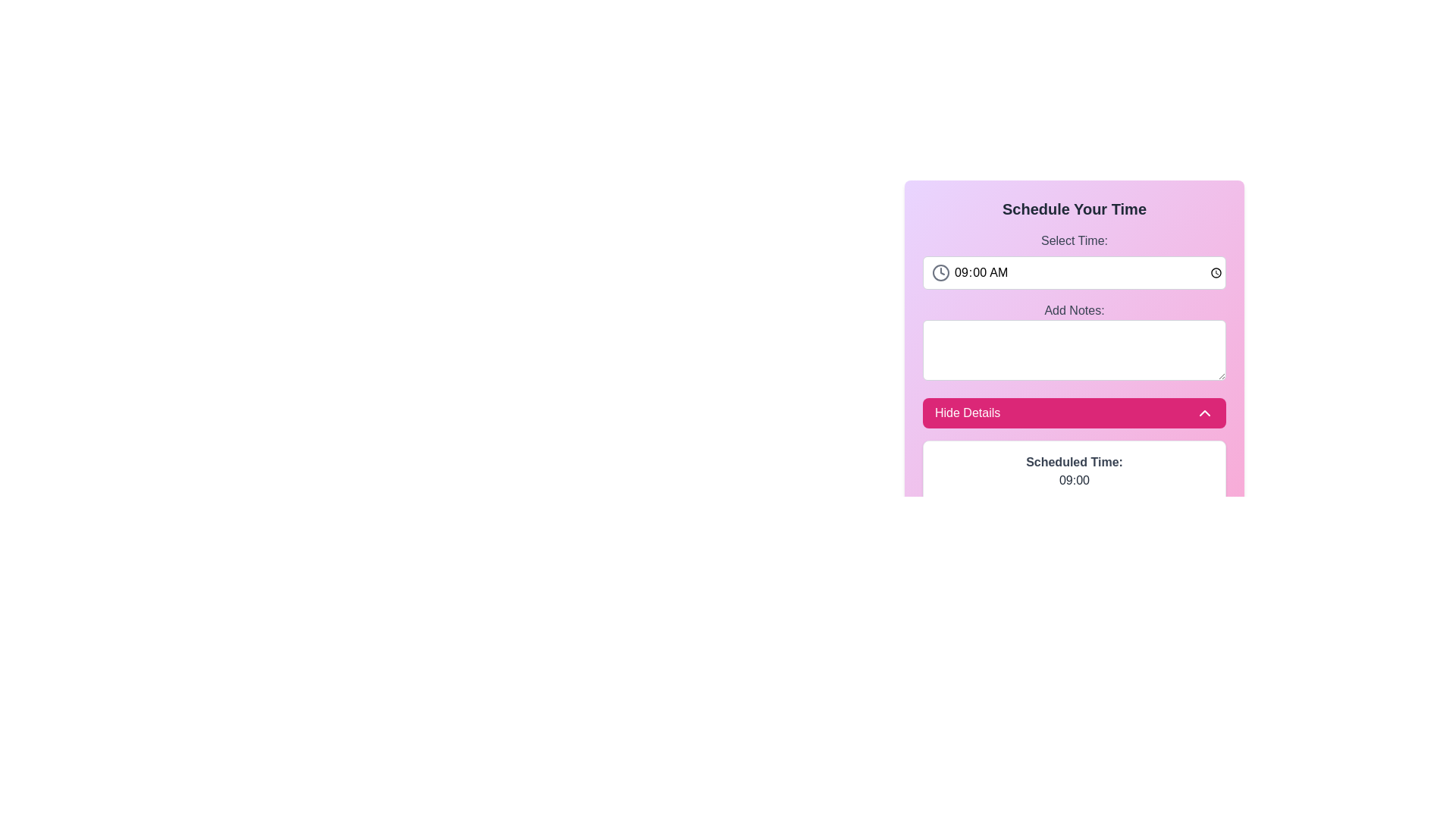  What do you see at coordinates (1203, 413) in the screenshot?
I see `the upward pointing chevron icon button, which is located on the right side of the 'Hide Details' button` at bounding box center [1203, 413].